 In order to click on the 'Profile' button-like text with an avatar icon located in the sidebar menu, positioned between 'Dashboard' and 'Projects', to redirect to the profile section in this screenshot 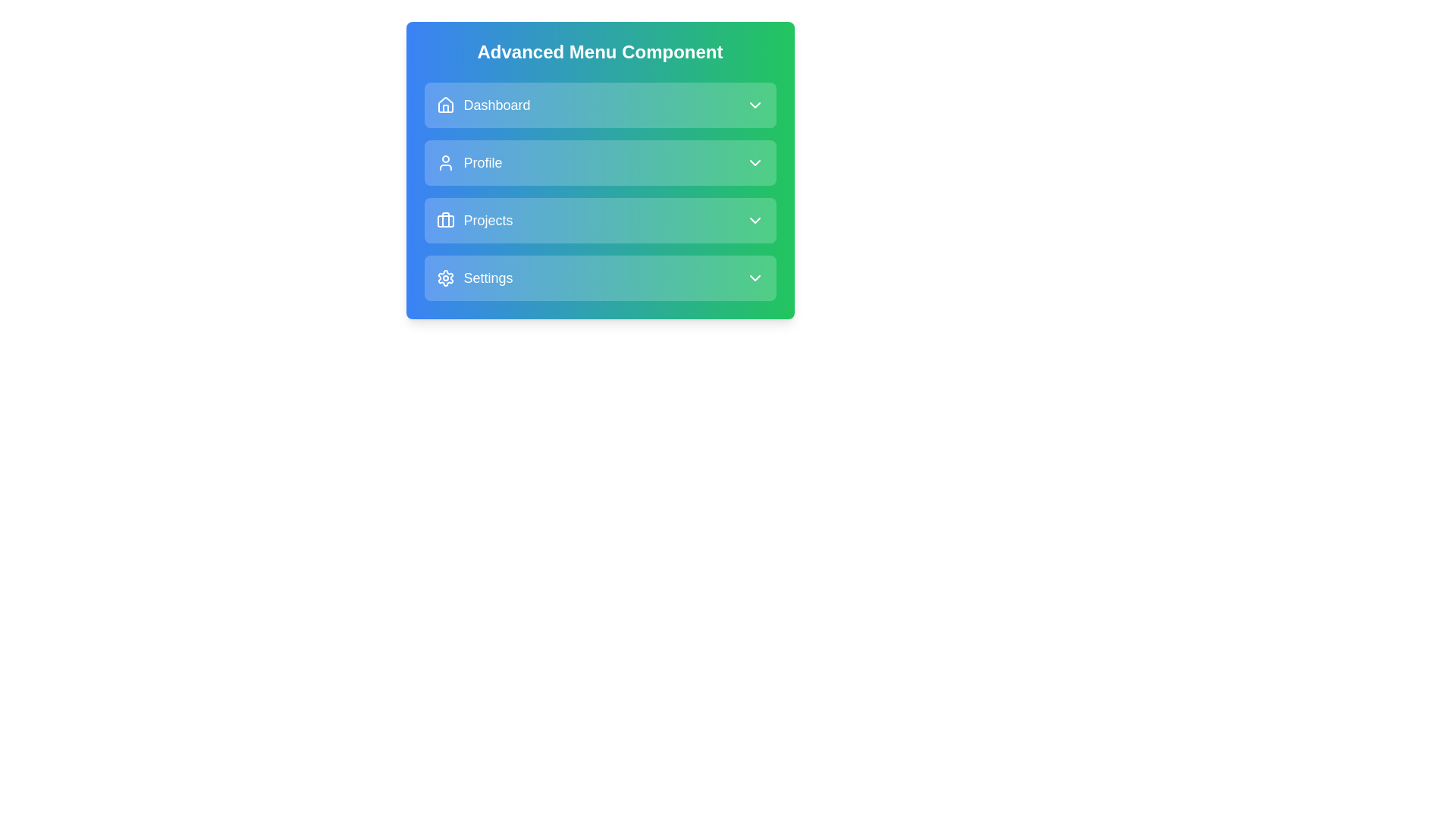, I will do `click(469, 163)`.